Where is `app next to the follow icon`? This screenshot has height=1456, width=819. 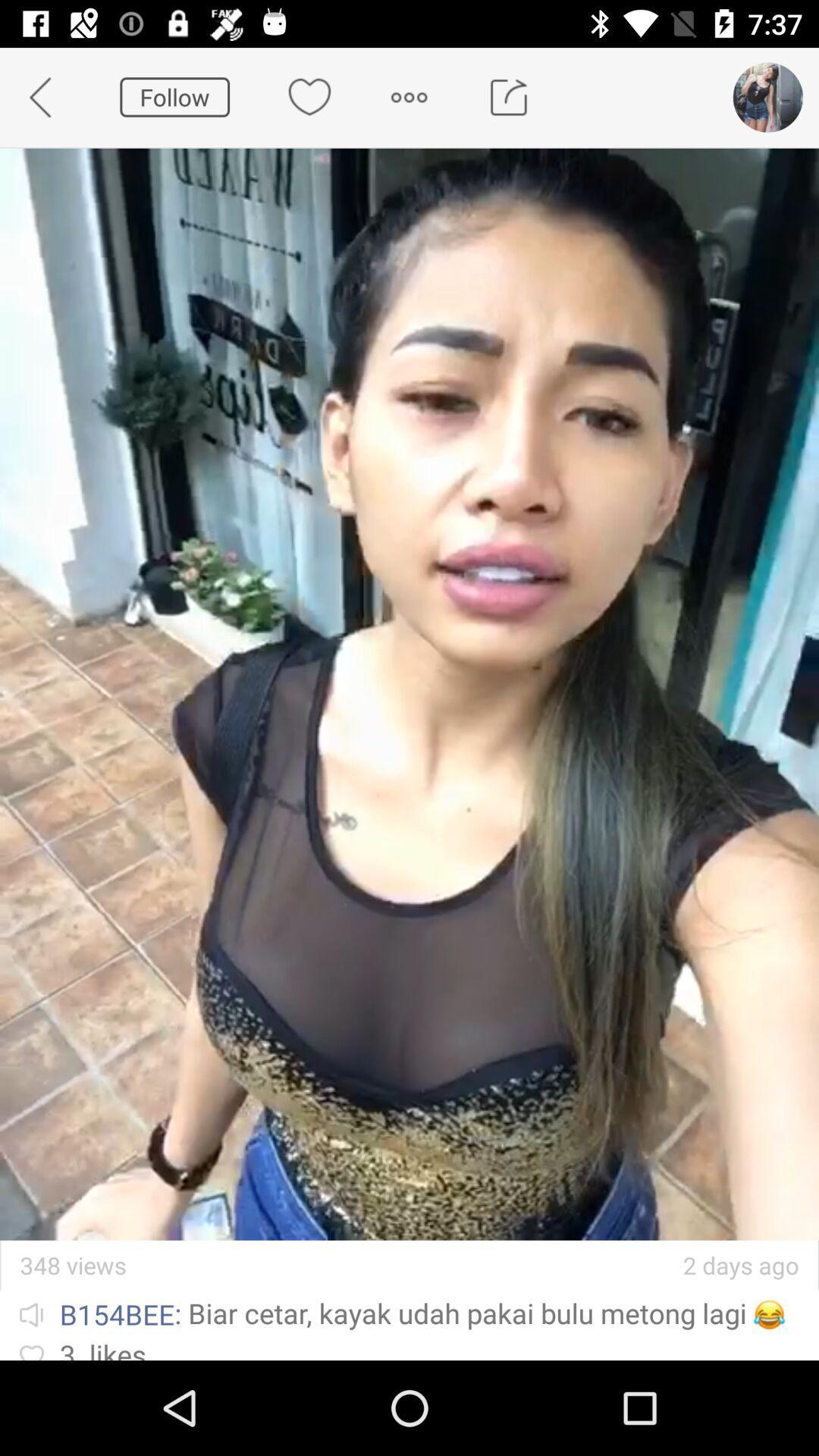 app next to the follow icon is located at coordinates (49, 96).